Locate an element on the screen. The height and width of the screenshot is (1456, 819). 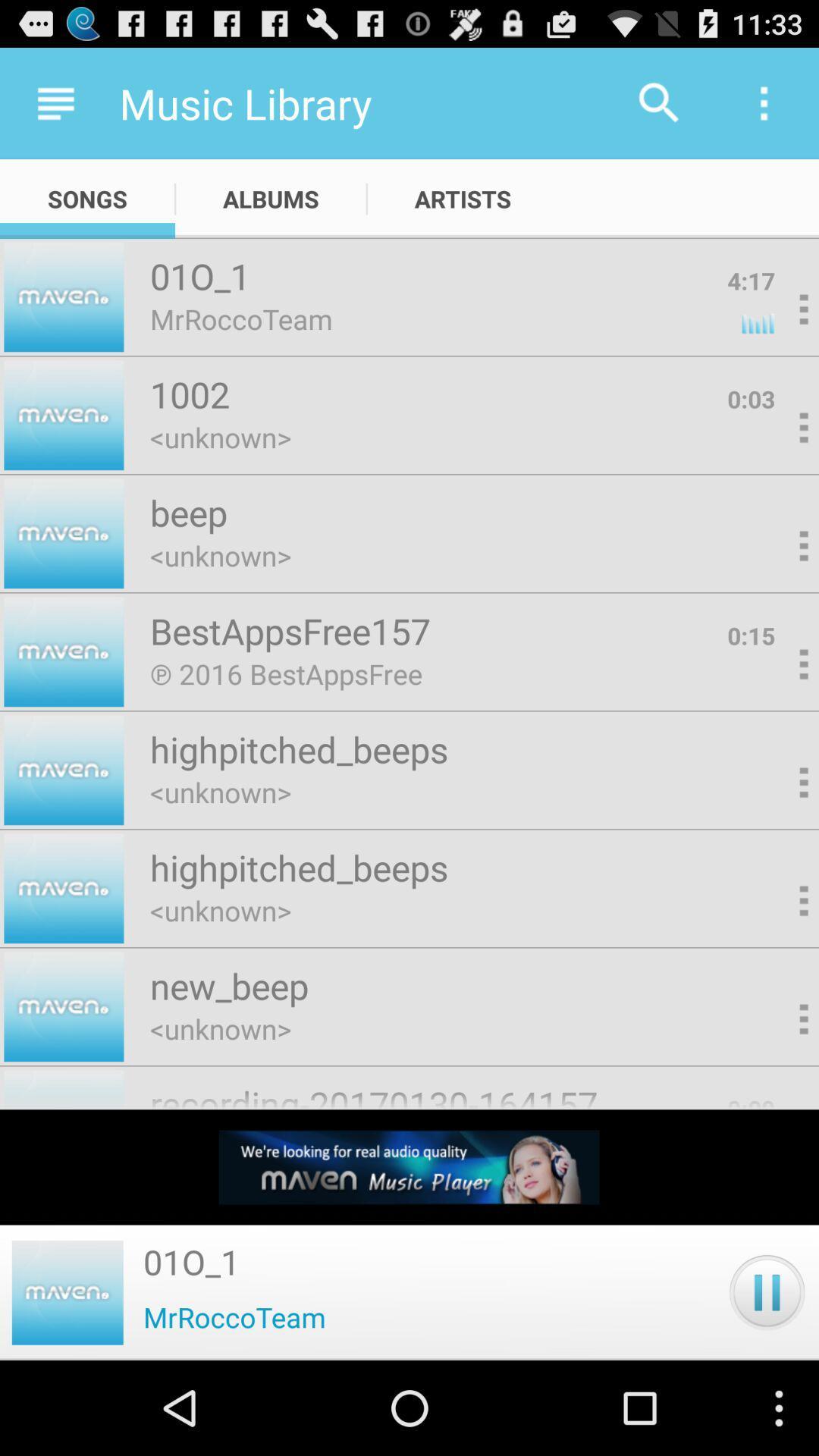
the more icon is located at coordinates (779, 838).